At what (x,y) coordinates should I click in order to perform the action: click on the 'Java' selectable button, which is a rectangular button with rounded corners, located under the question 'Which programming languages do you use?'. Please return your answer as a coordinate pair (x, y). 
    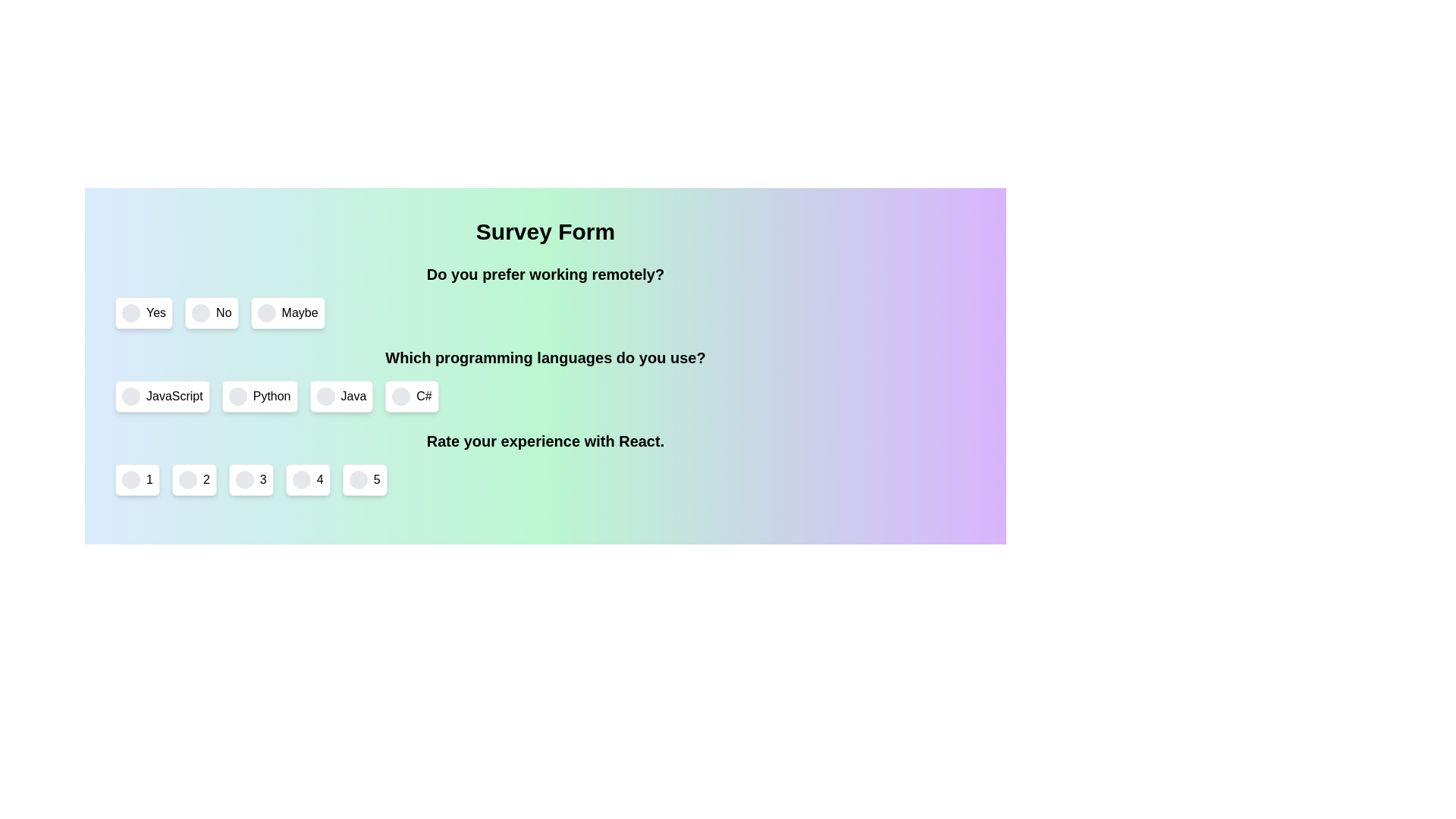
    Looking at the image, I should click on (340, 396).